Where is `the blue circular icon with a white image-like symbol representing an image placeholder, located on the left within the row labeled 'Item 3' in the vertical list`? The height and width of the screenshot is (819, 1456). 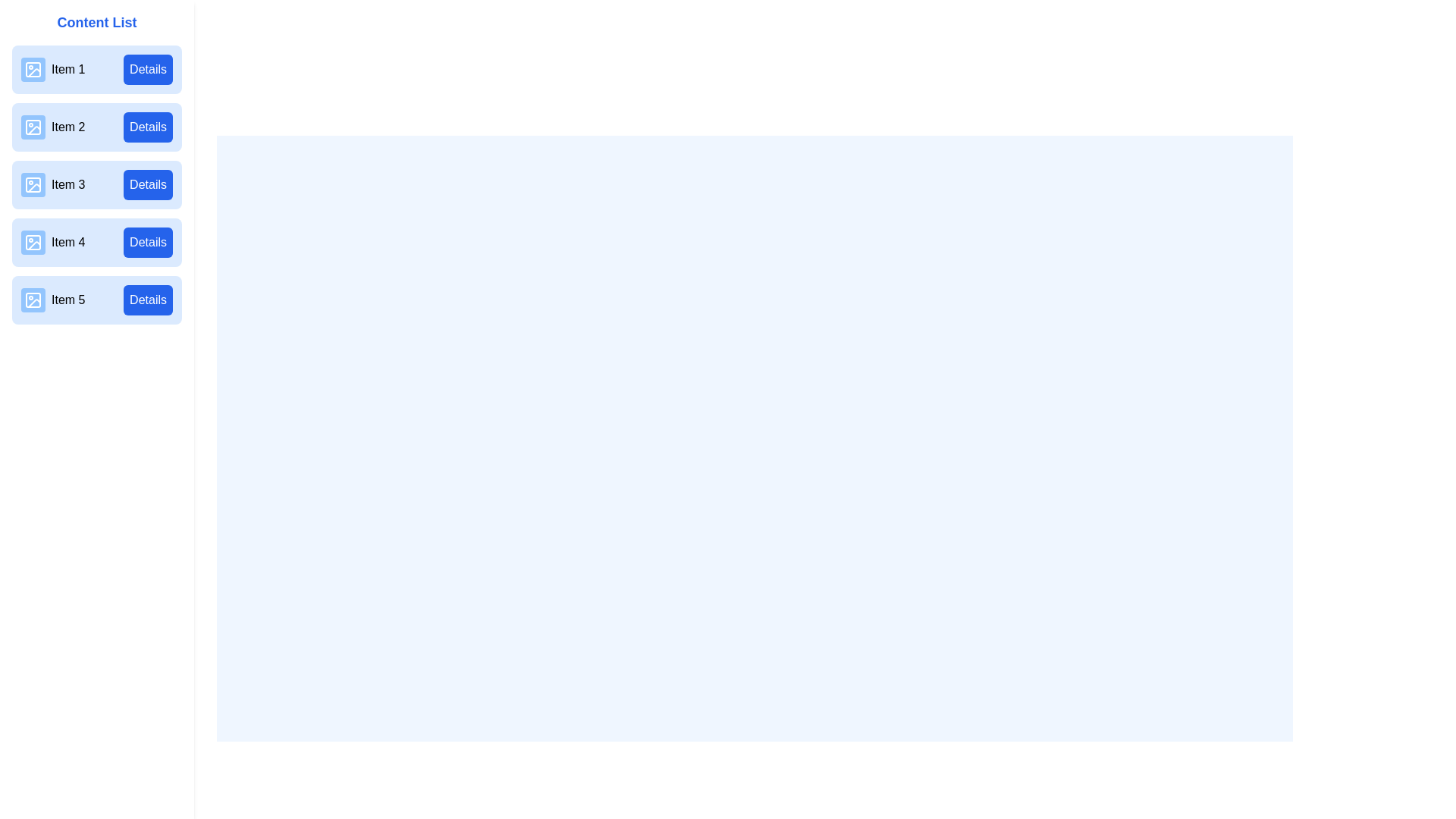 the blue circular icon with a white image-like symbol representing an image placeholder, located on the left within the row labeled 'Item 3' in the vertical list is located at coordinates (33, 184).